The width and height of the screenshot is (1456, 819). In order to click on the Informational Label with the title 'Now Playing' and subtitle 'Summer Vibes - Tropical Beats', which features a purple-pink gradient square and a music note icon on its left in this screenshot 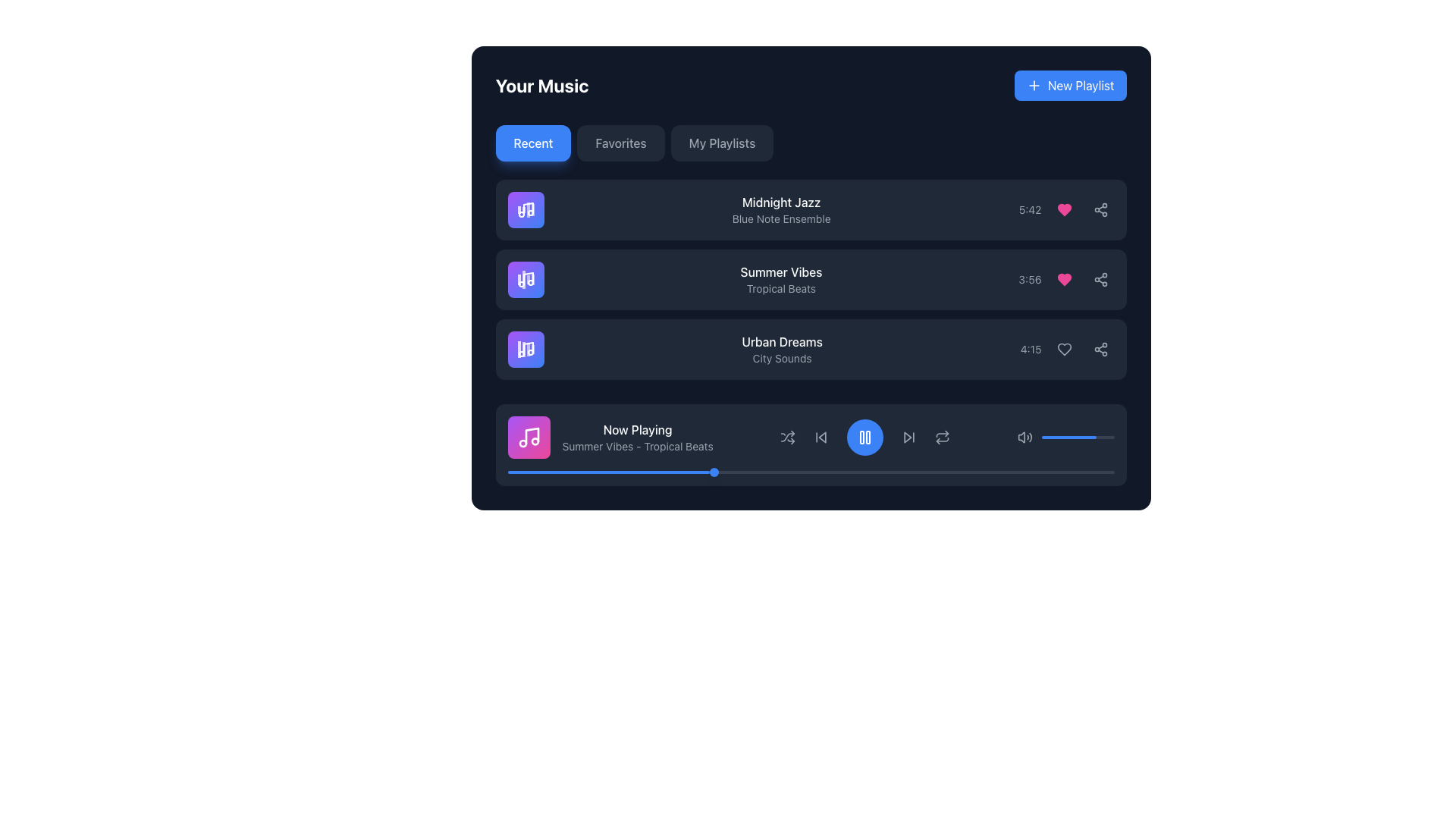, I will do `click(610, 438)`.